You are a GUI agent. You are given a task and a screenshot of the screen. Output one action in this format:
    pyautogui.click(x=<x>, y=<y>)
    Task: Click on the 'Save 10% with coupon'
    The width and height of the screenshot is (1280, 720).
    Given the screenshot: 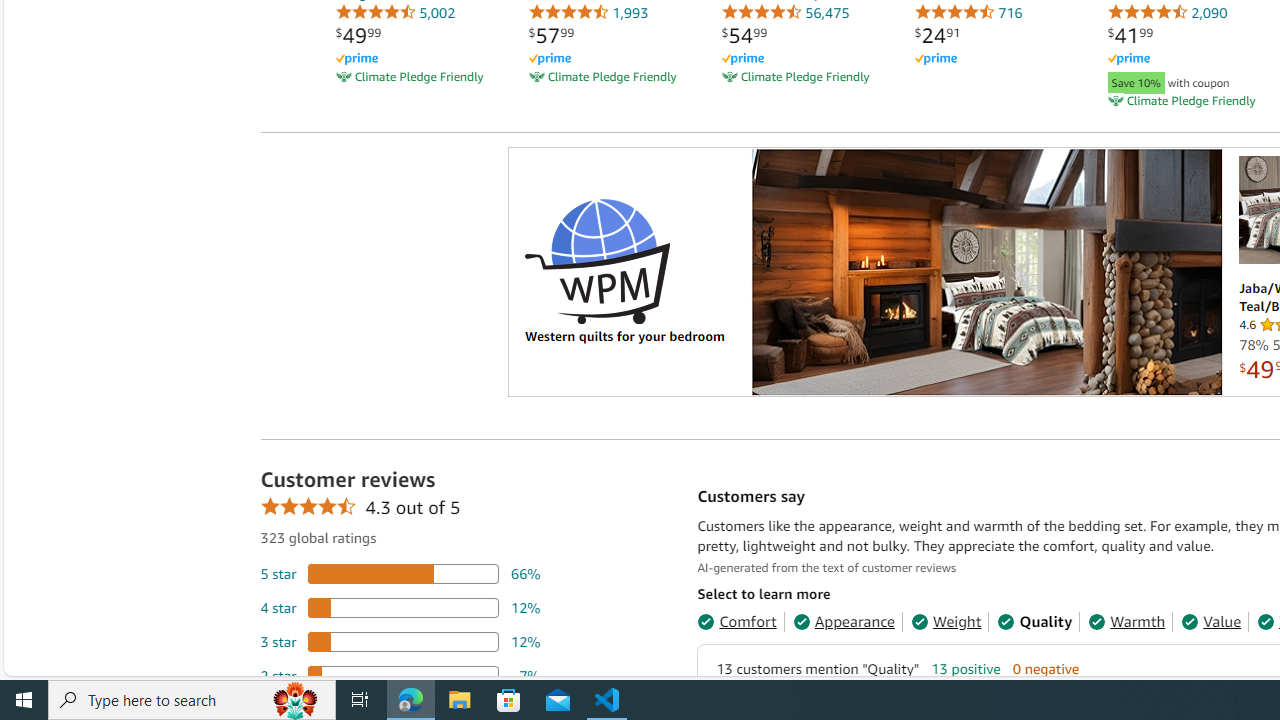 What is the action you would take?
    pyautogui.click(x=1187, y=79)
    